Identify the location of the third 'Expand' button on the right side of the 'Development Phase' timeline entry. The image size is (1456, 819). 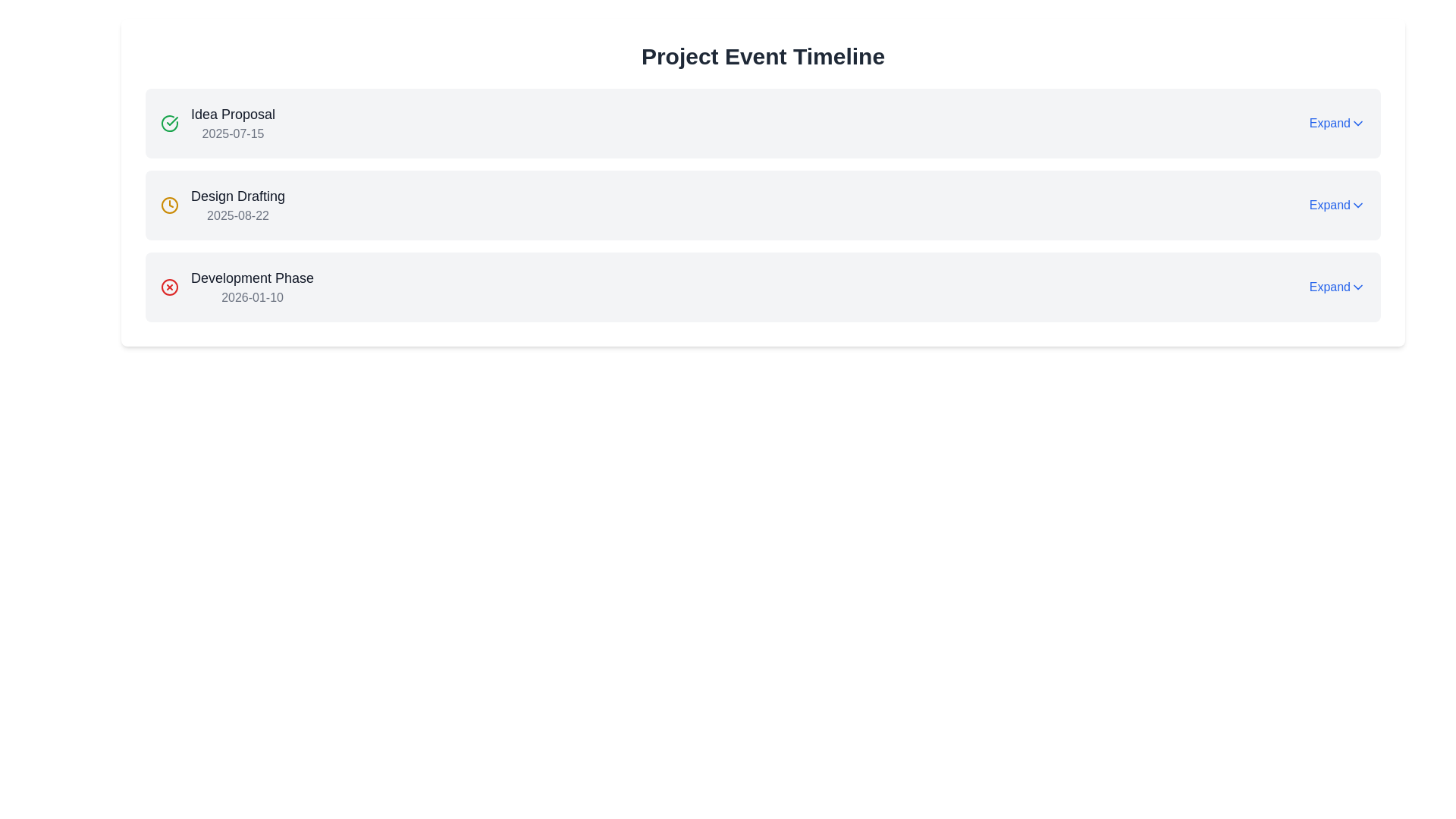
(1337, 287).